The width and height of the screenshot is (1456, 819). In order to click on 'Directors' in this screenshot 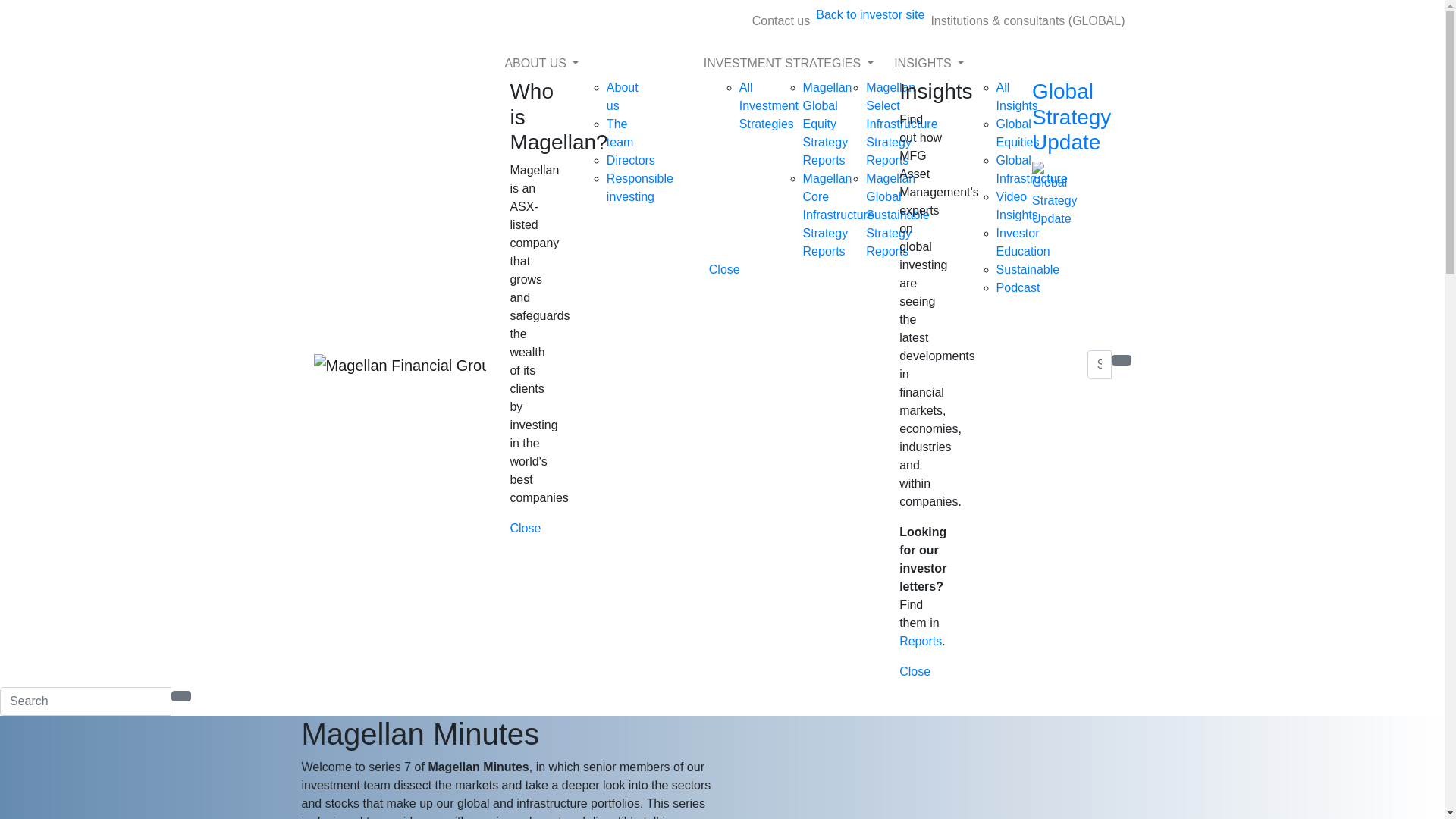, I will do `click(630, 160)`.